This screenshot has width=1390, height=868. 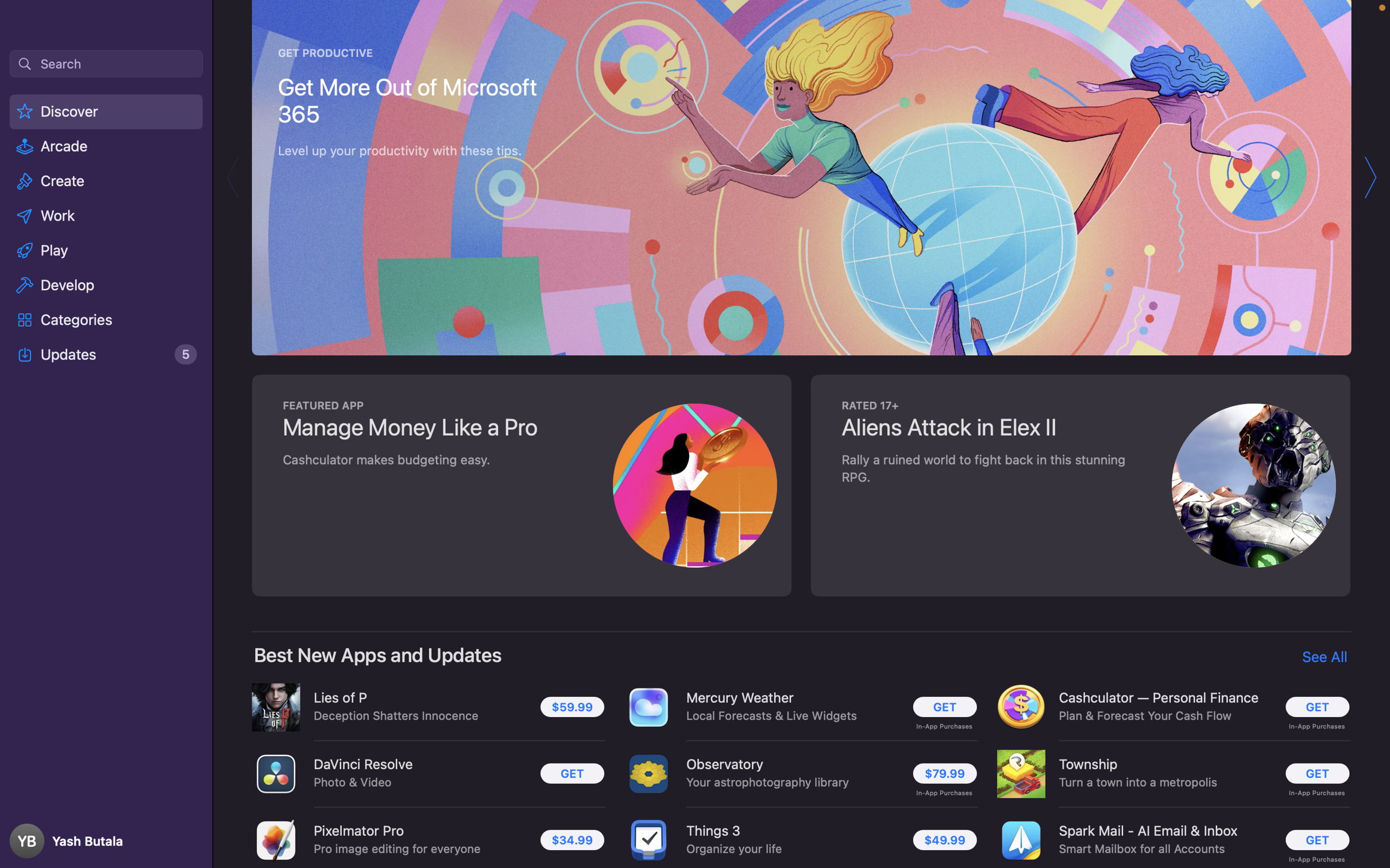 What do you see at coordinates (1314, 841) in the screenshot?
I see `Run the setup for the "Spark Mail - AI Email & Inbox" software` at bounding box center [1314, 841].